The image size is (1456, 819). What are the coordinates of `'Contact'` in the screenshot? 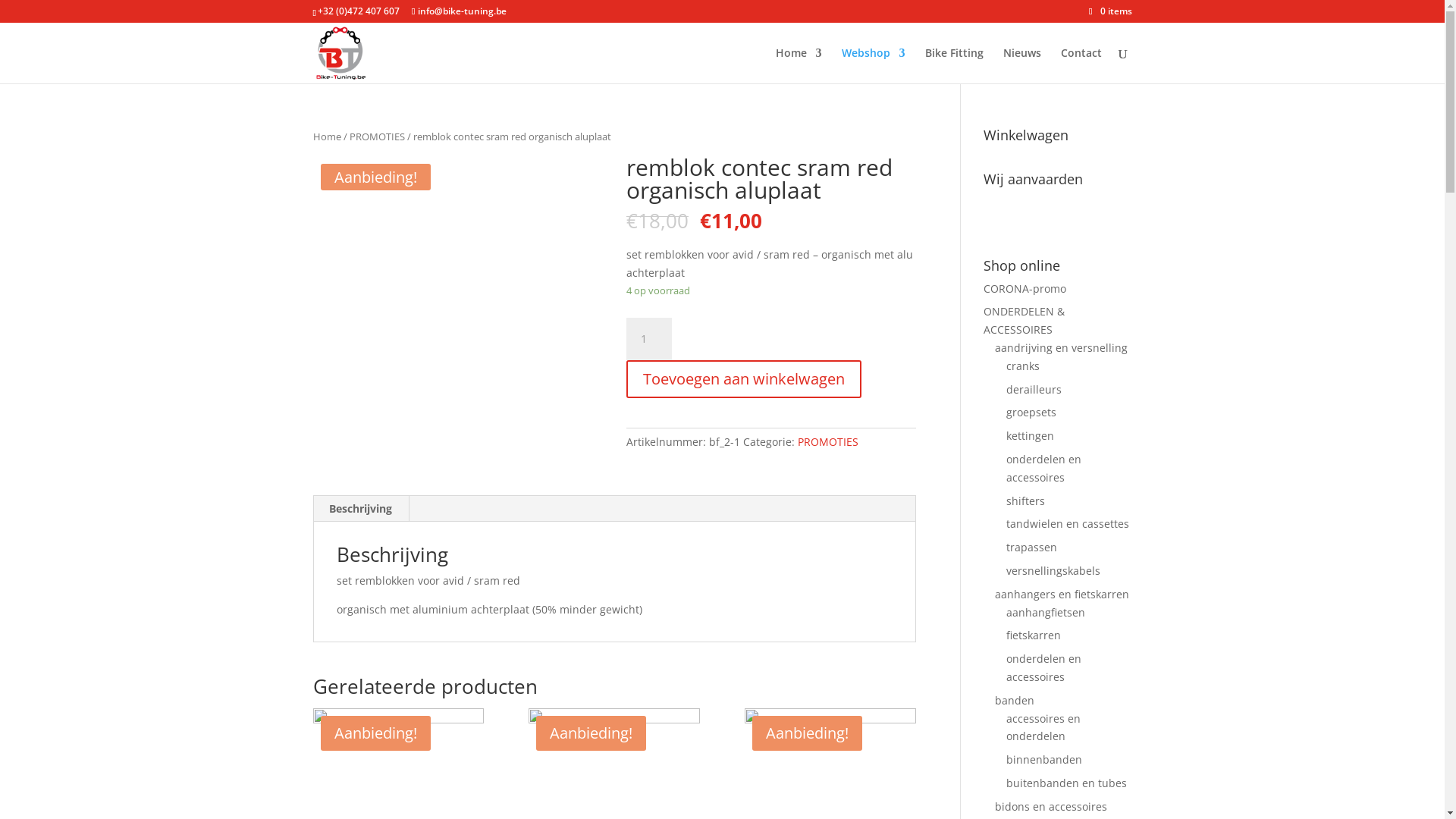 It's located at (1059, 64).